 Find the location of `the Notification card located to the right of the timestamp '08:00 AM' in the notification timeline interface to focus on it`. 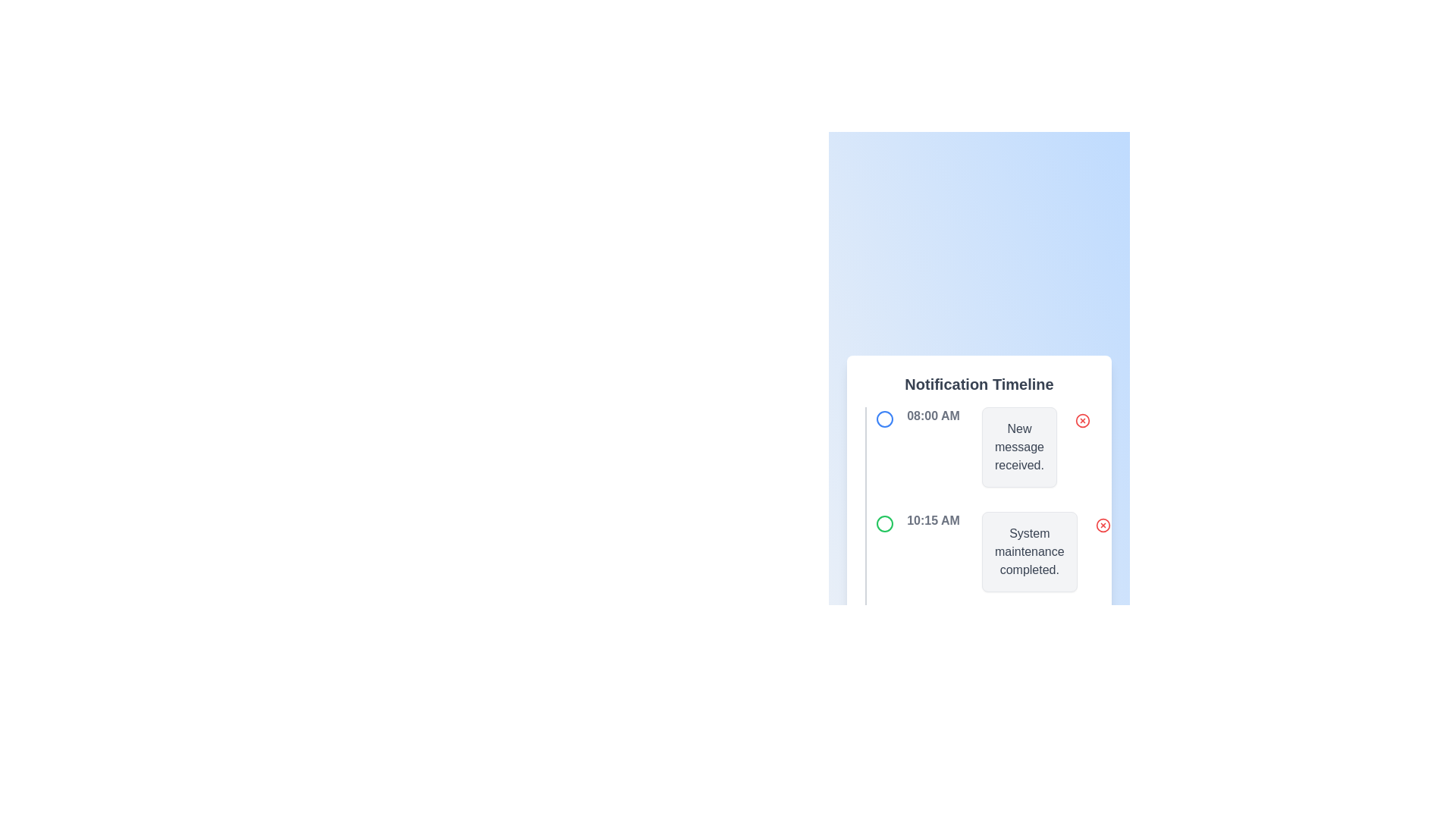

the Notification card located to the right of the timestamp '08:00 AM' in the notification timeline interface to focus on it is located at coordinates (1019, 447).